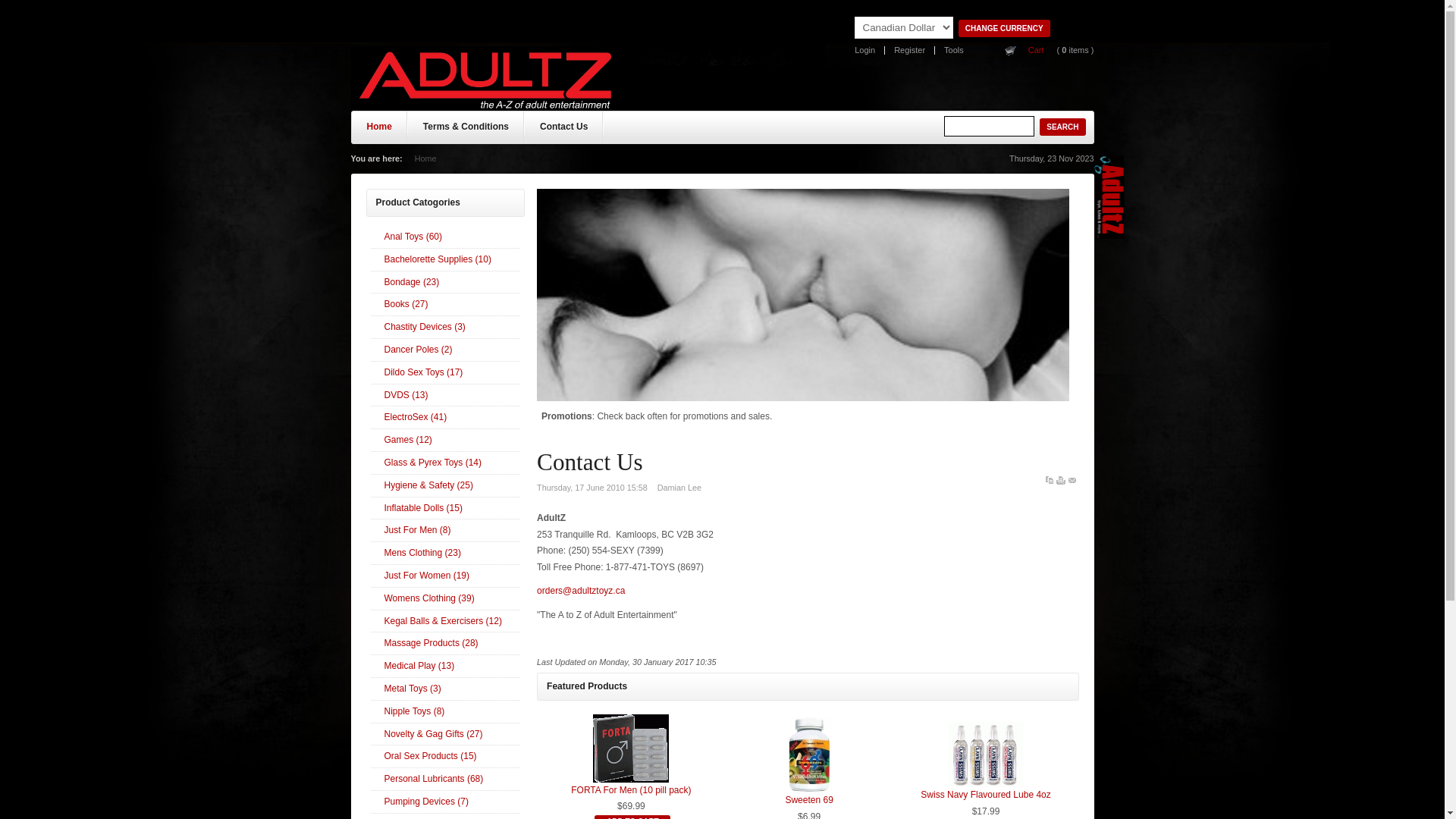 The width and height of the screenshot is (1456, 819). Describe the element at coordinates (444, 485) in the screenshot. I see `'Hygiene & Safety (25)'` at that location.